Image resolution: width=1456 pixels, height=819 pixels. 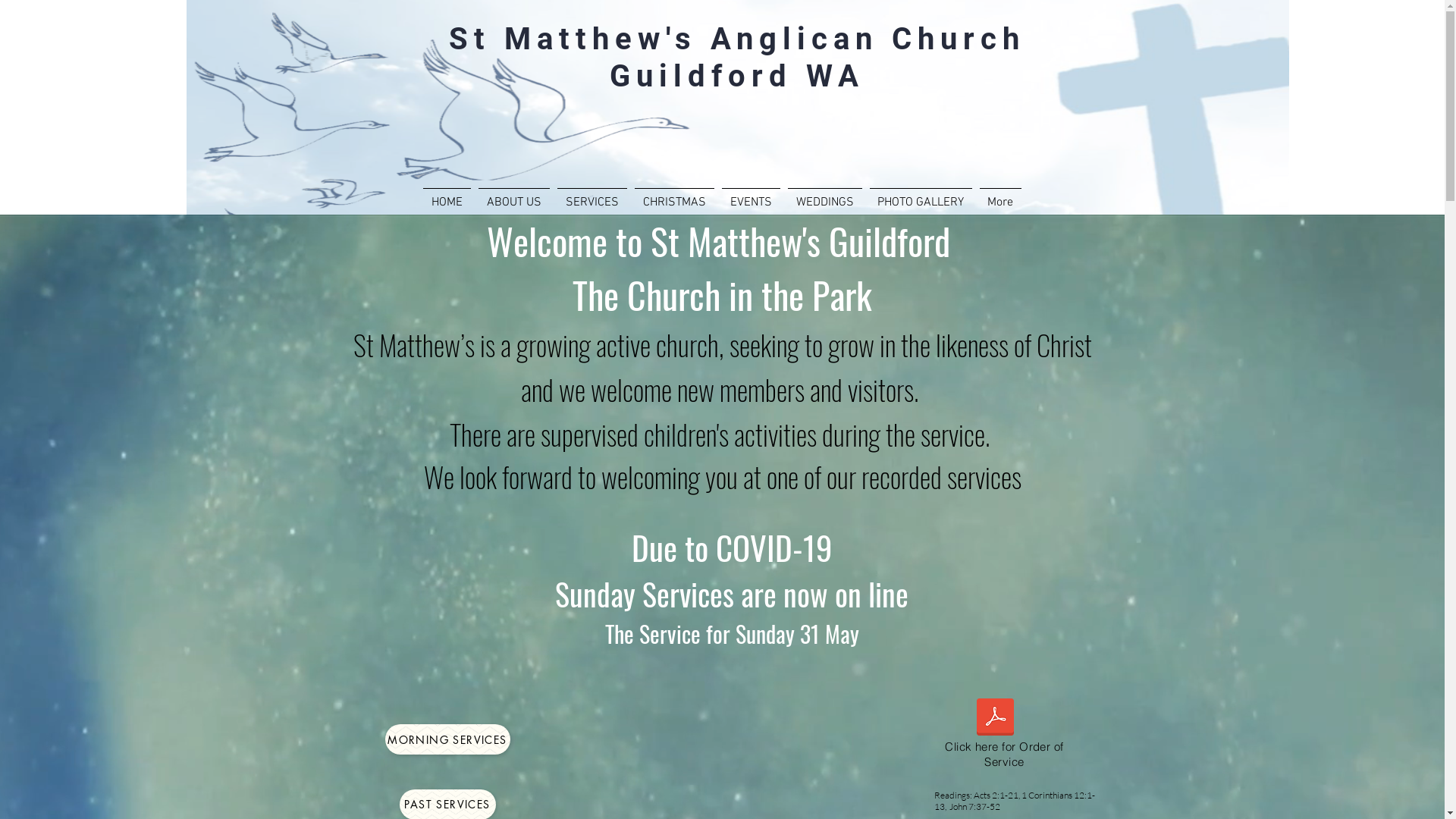 What do you see at coordinates (716, 195) in the screenshot?
I see `'EVENTS'` at bounding box center [716, 195].